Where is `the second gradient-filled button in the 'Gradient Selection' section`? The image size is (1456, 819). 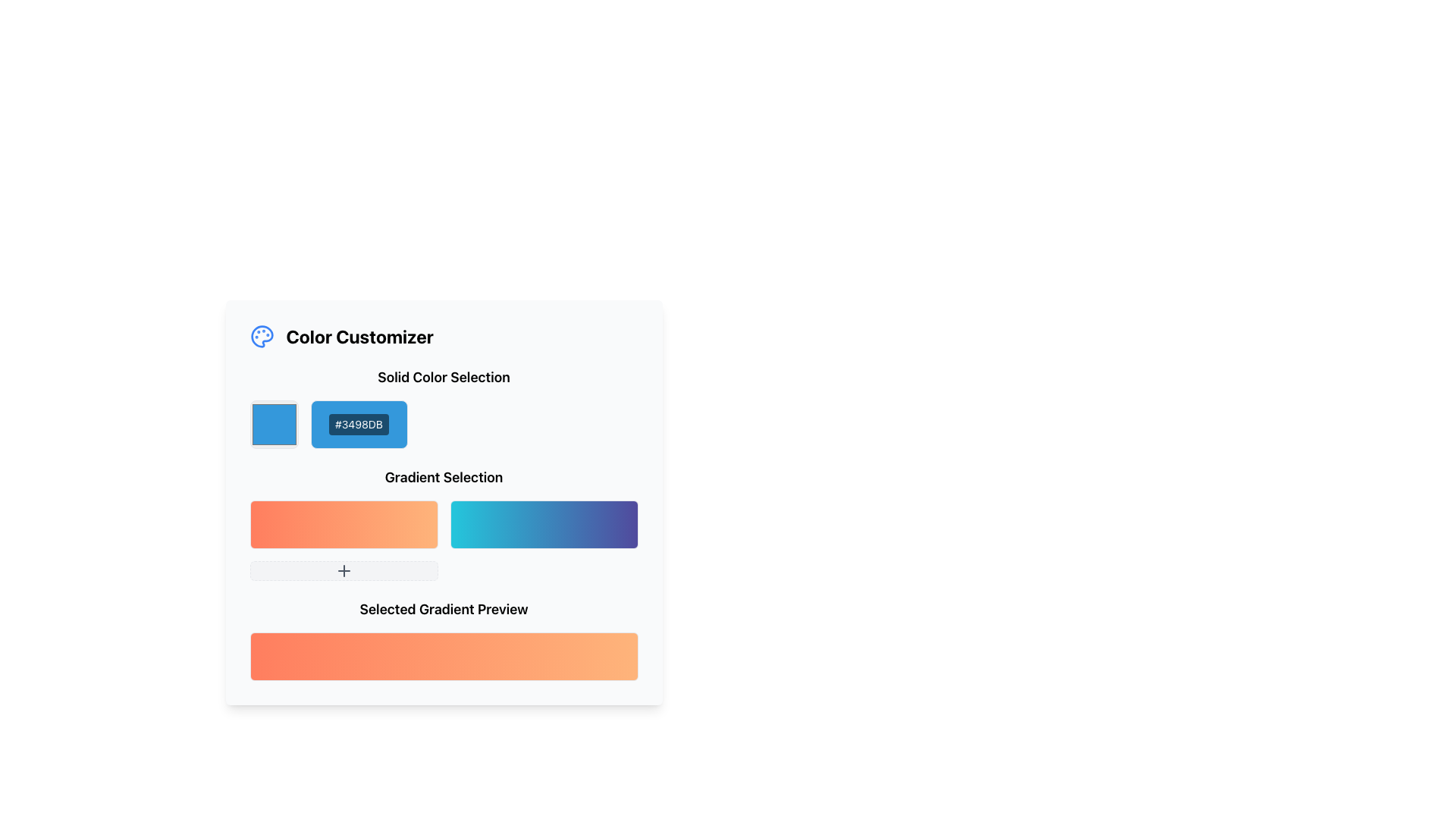 the second gradient-filled button in the 'Gradient Selection' section is located at coordinates (544, 523).